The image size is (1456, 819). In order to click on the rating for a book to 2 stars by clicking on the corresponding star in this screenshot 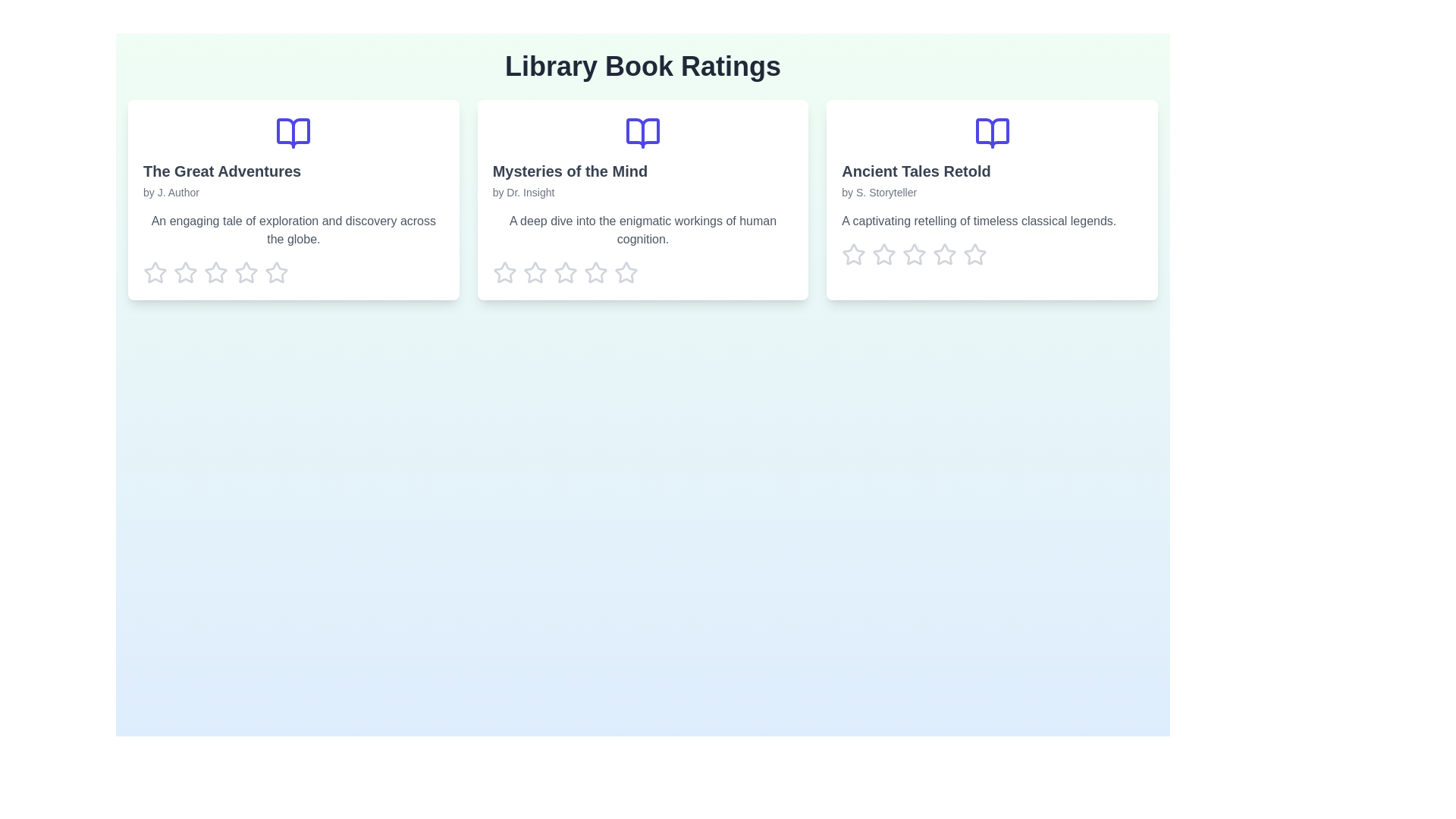, I will do `click(184, 271)`.